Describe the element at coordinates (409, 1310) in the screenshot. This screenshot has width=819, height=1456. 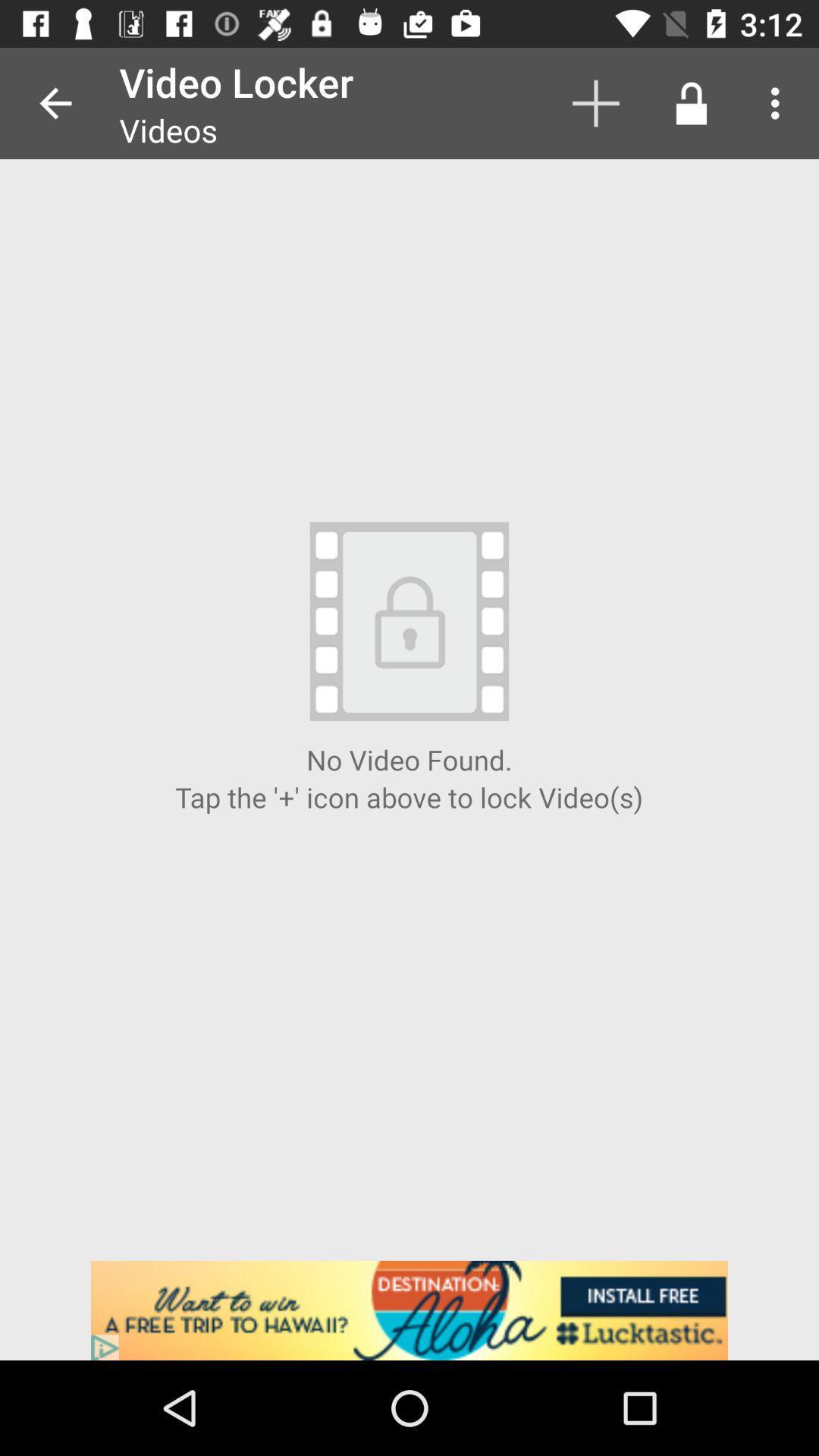
I see `the lucktastic homepage` at that location.